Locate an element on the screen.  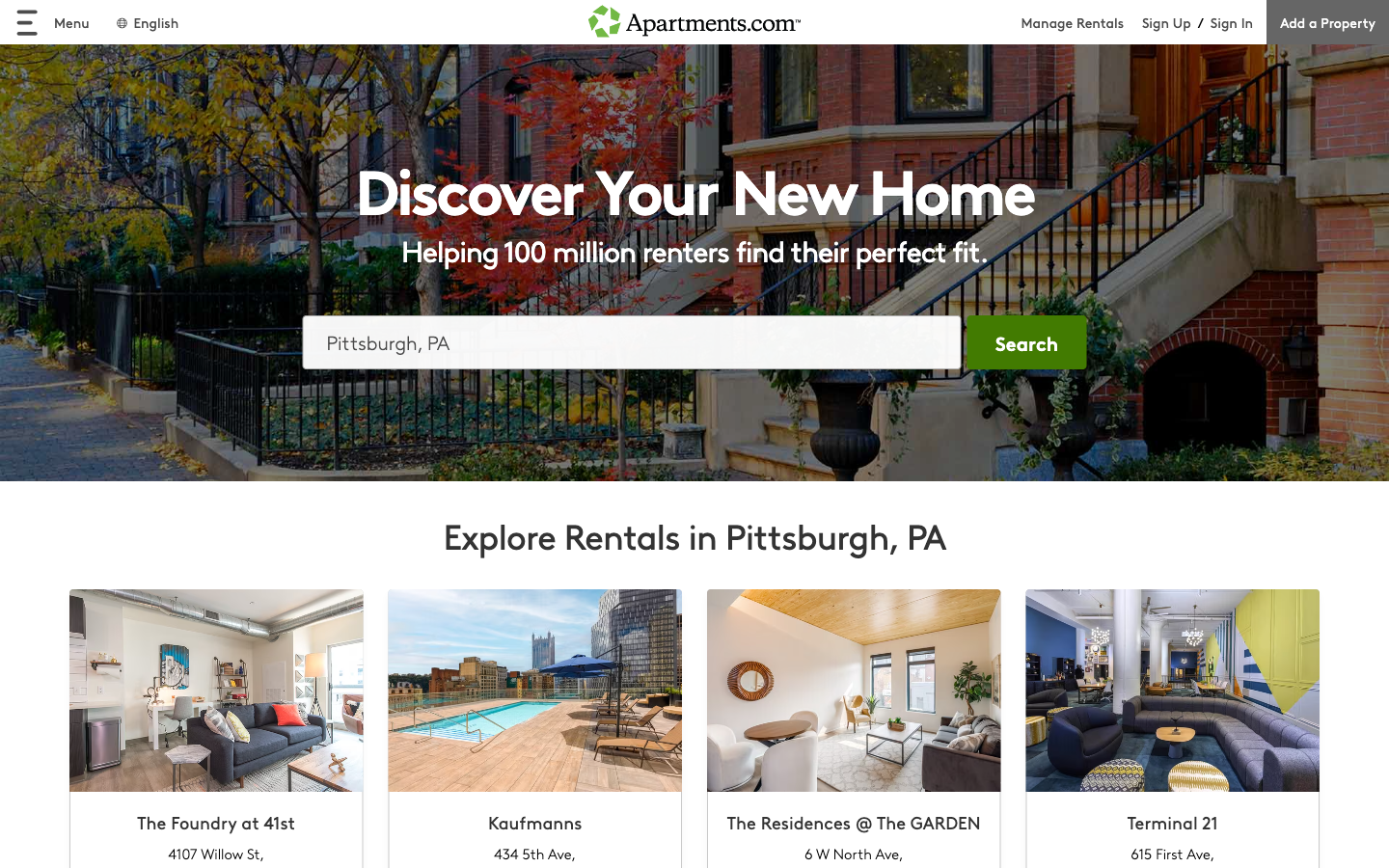
Shift to manage rentals interface is located at coordinates (1080, 21).